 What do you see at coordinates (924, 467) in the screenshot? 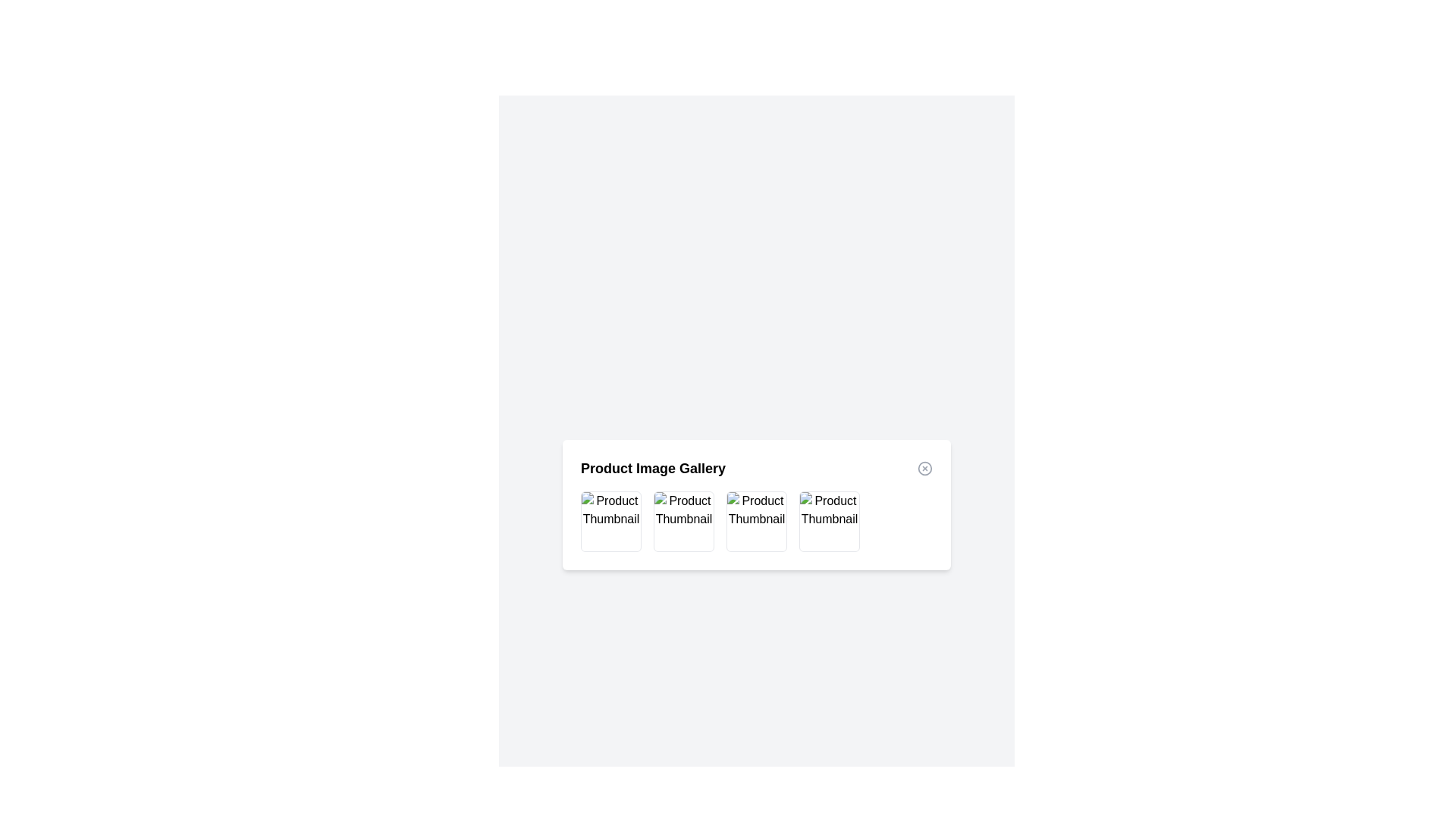
I see `the close button to close the dialog box` at bounding box center [924, 467].